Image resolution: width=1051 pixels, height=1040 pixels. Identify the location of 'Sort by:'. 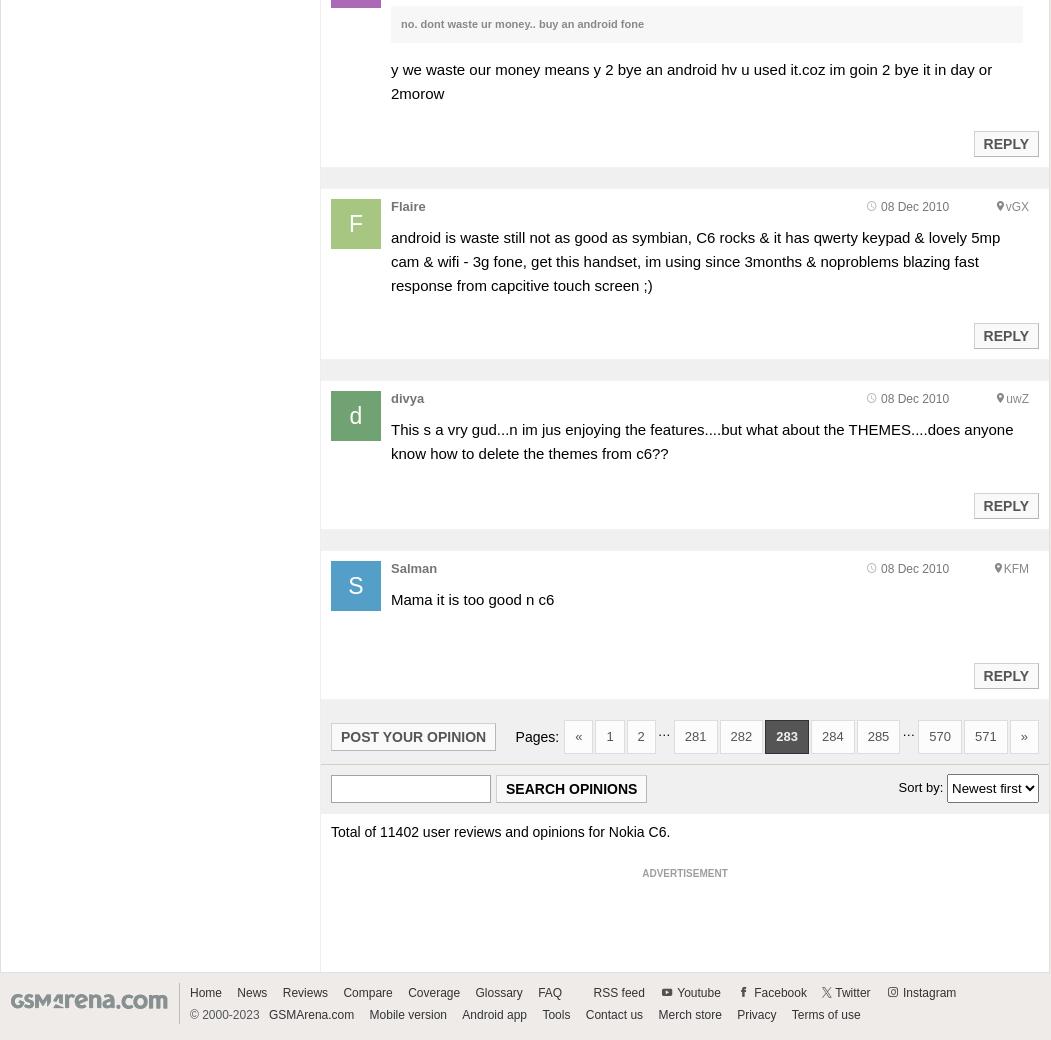
(897, 786).